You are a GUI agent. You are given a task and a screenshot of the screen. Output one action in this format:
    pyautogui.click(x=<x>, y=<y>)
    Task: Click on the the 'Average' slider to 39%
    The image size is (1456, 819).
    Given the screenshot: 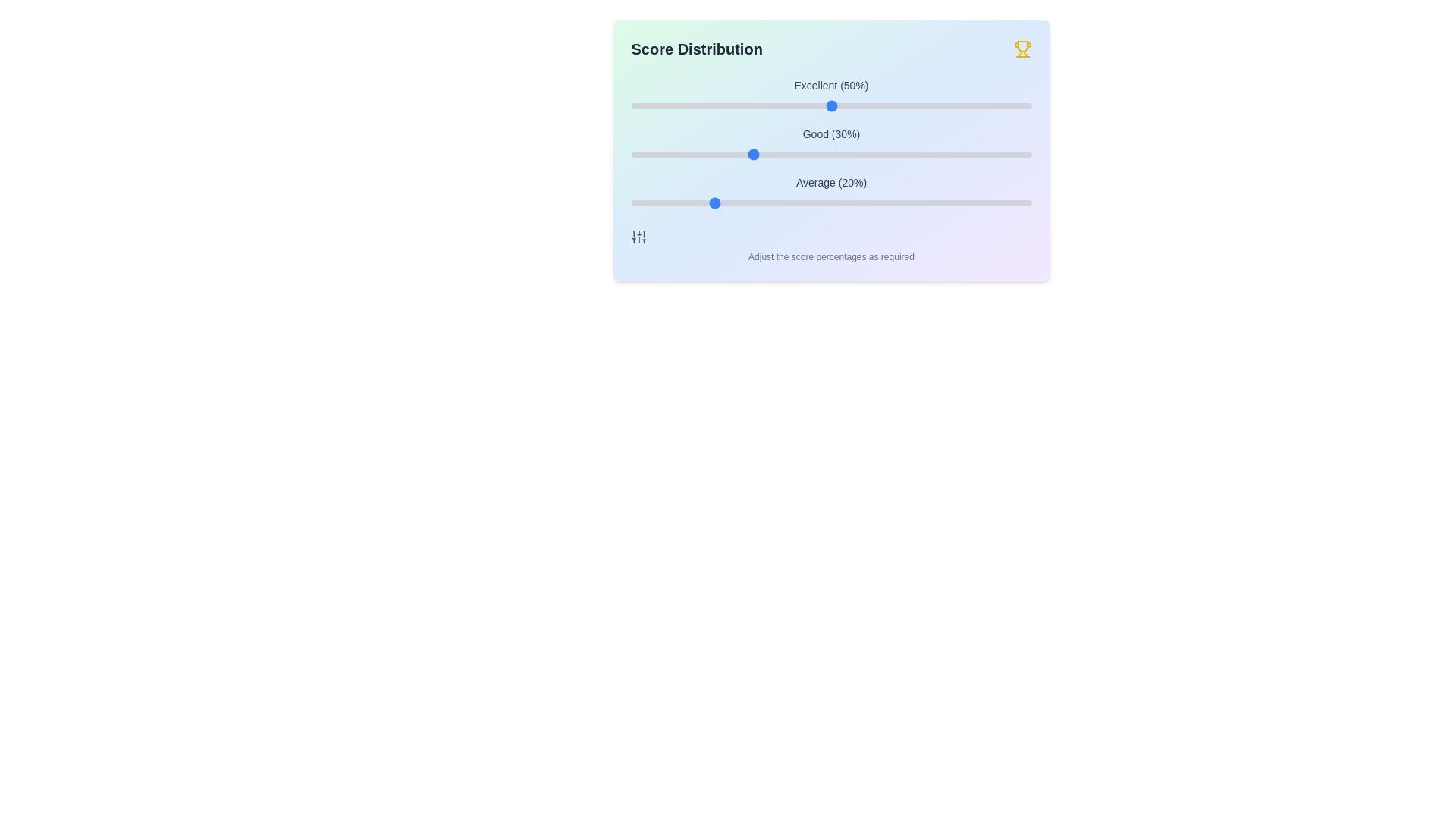 What is the action you would take?
    pyautogui.click(x=787, y=202)
    